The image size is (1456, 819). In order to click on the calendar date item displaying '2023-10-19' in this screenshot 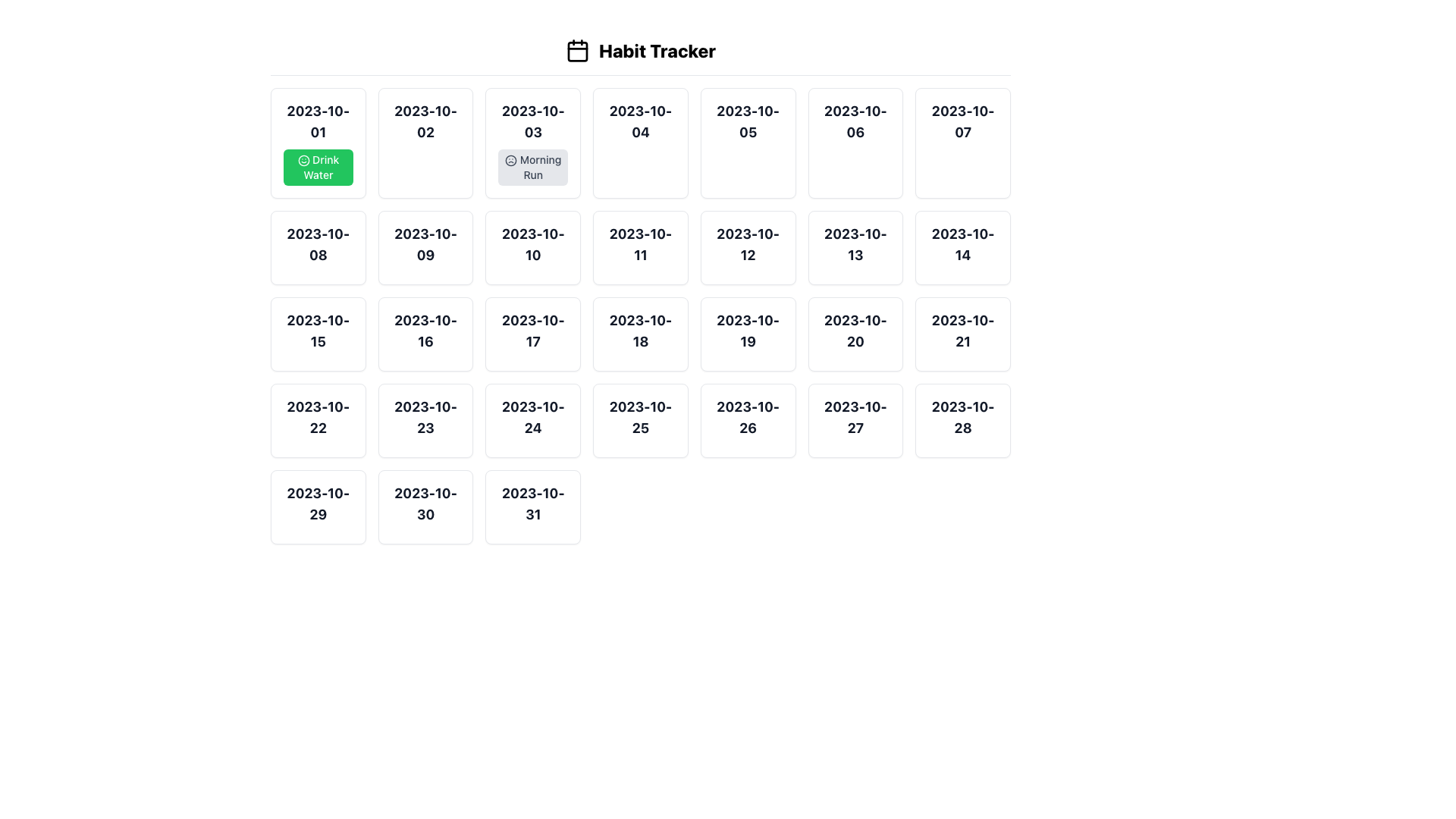, I will do `click(748, 333)`.